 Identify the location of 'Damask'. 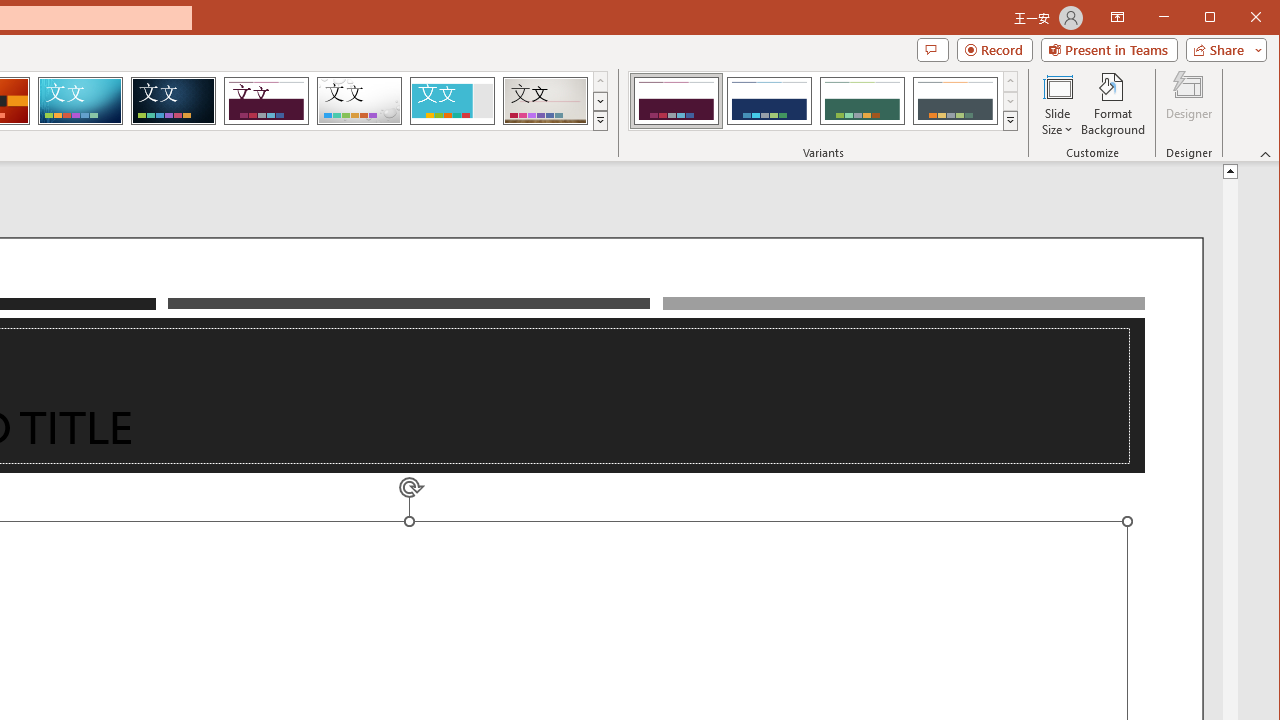
(173, 100).